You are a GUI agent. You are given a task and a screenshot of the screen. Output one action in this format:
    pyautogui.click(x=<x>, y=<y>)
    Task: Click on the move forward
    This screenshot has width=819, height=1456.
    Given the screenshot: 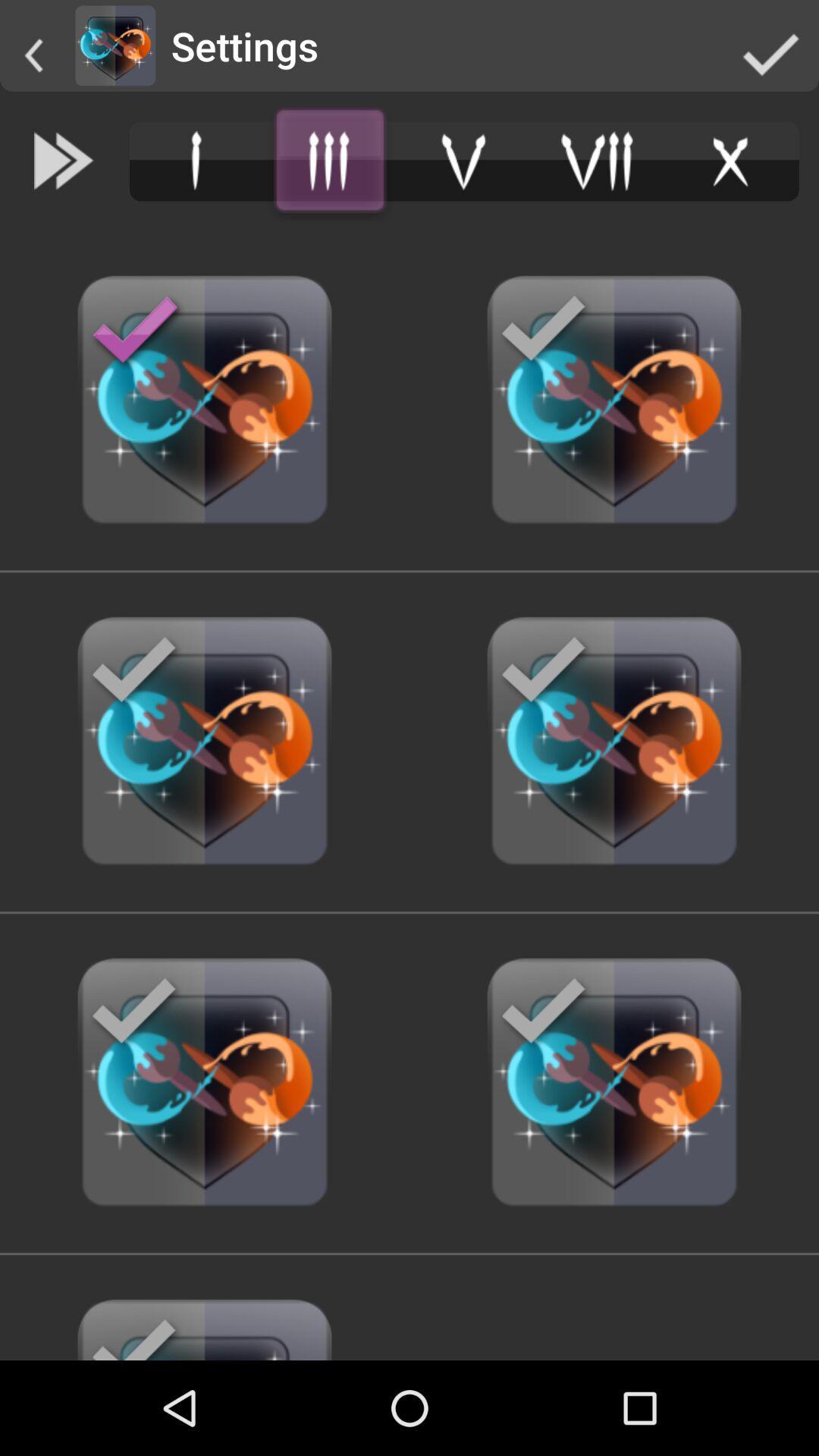 What is the action you would take?
    pyautogui.click(x=63, y=161)
    